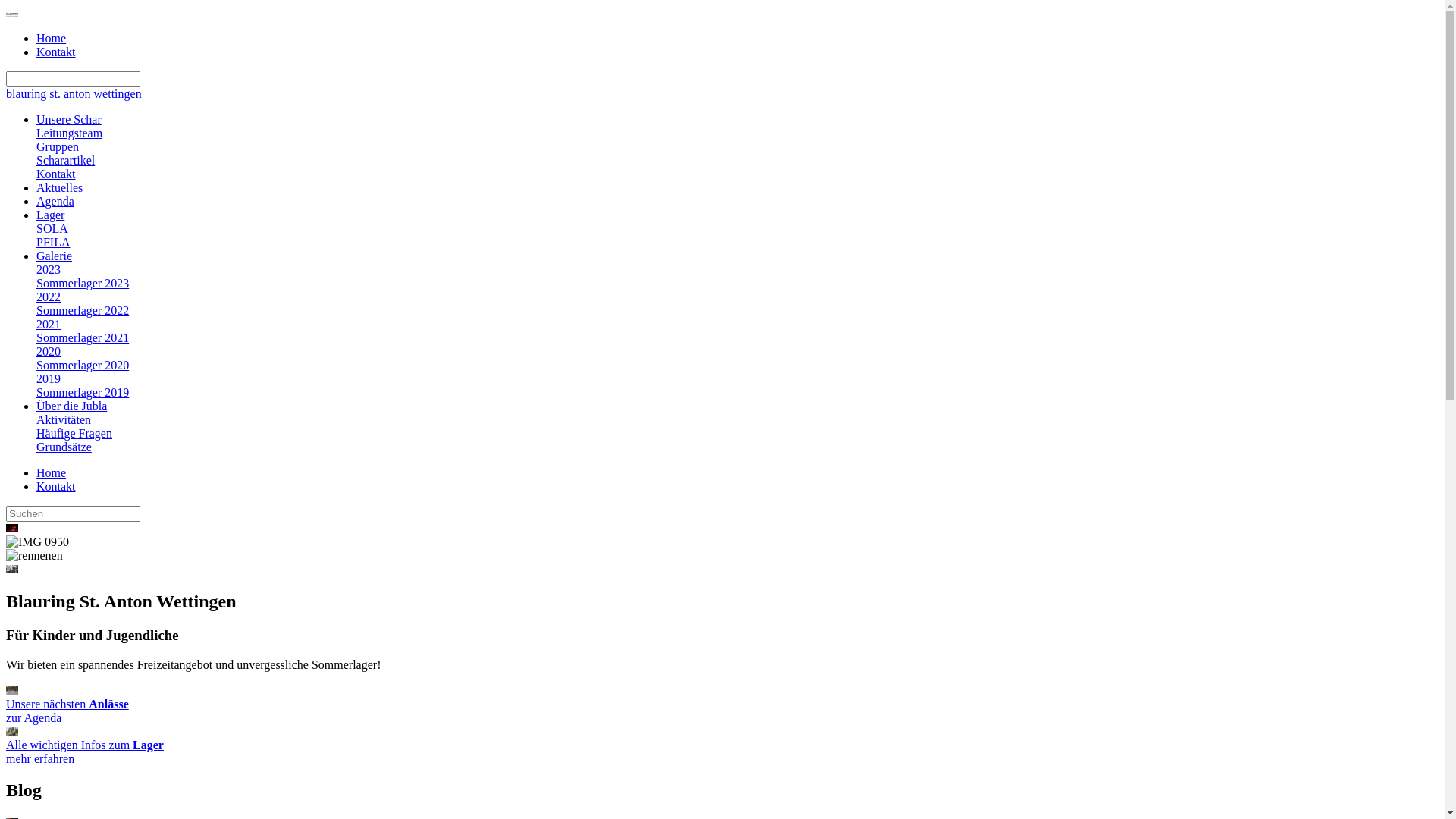  Describe the element at coordinates (36, 309) in the screenshot. I see `'Sommerlager 2022'` at that location.